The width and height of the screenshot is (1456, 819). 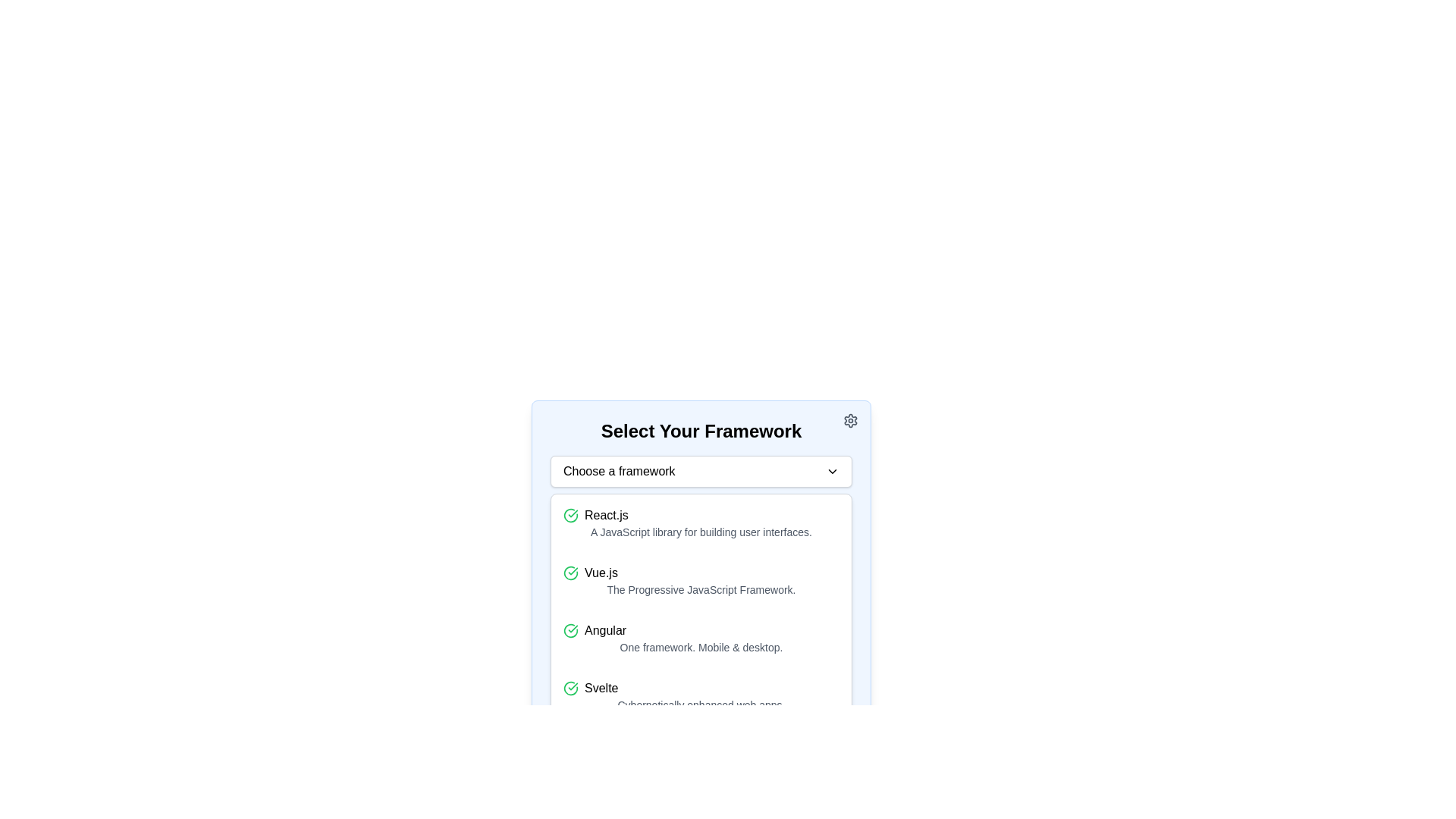 What do you see at coordinates (851, 421) in the screenshot?
I see `the gear icon located in the top-right section of the 'Select Your Framework' dialog box` at bounding box center [851, 421].